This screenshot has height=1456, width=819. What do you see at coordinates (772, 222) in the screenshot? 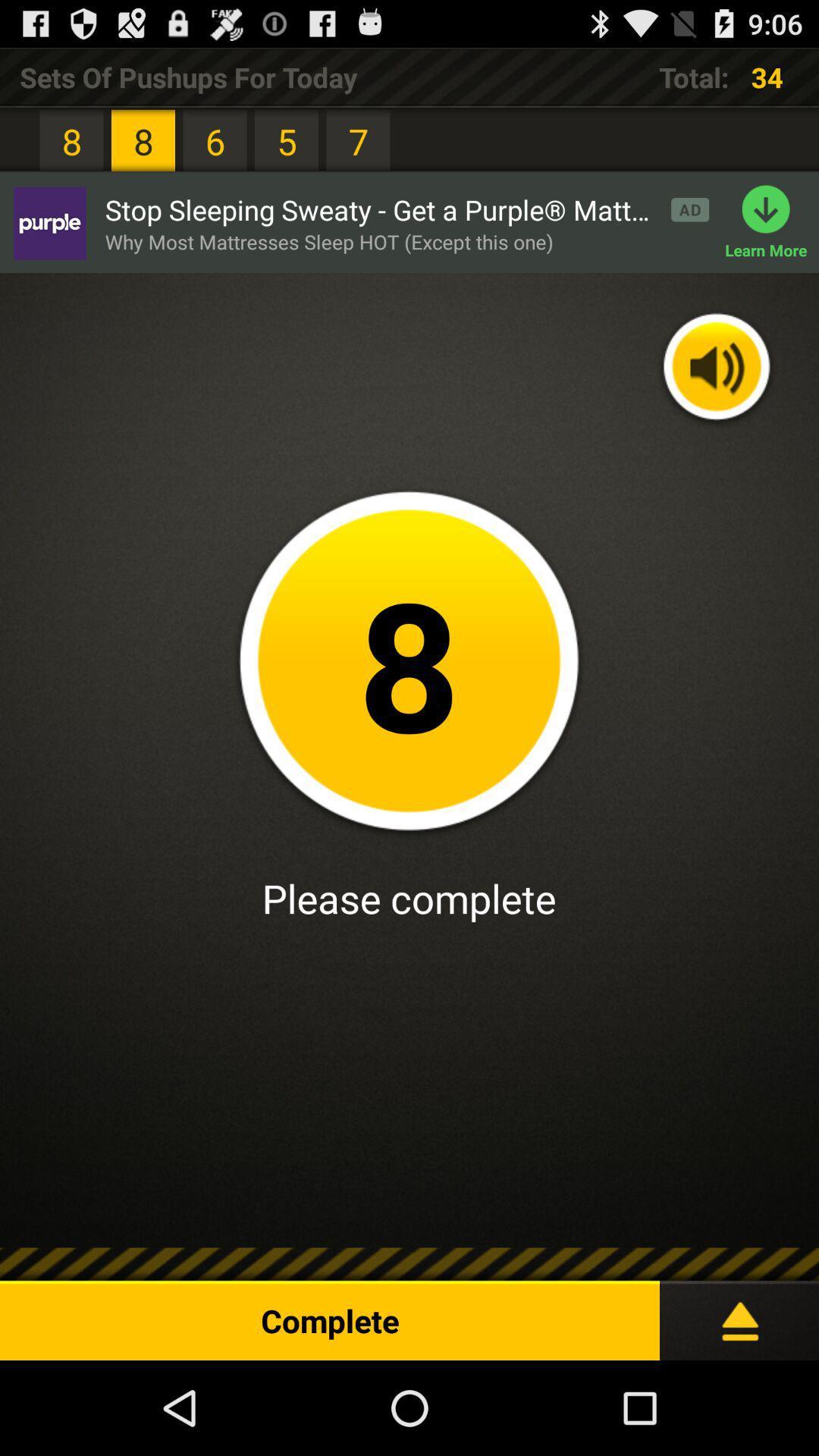
I see `the learn more item` at bounding box center [772, 222].